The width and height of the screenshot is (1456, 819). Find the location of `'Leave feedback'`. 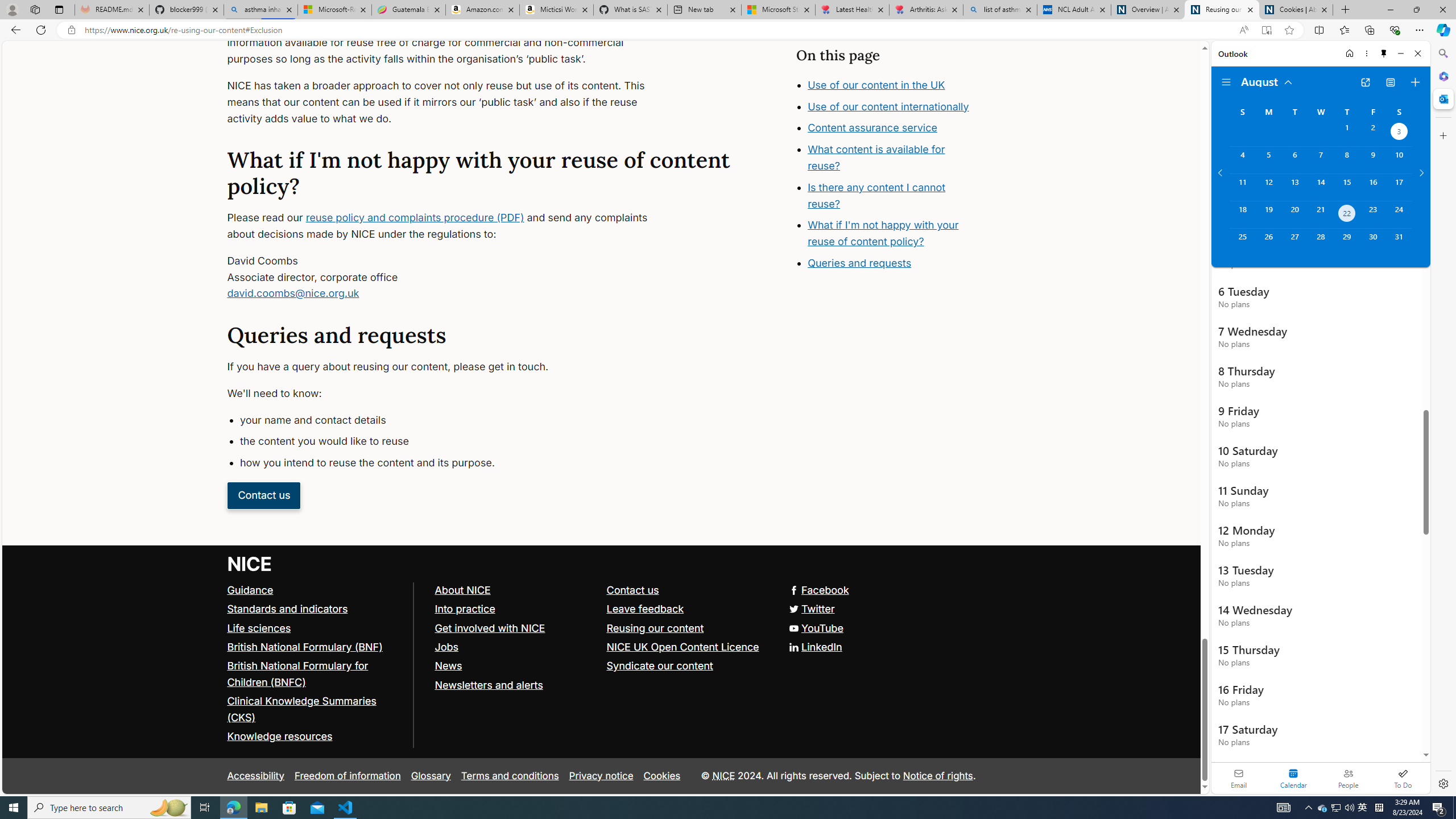

'Leave feedback' is located at coordinates (686, 609).